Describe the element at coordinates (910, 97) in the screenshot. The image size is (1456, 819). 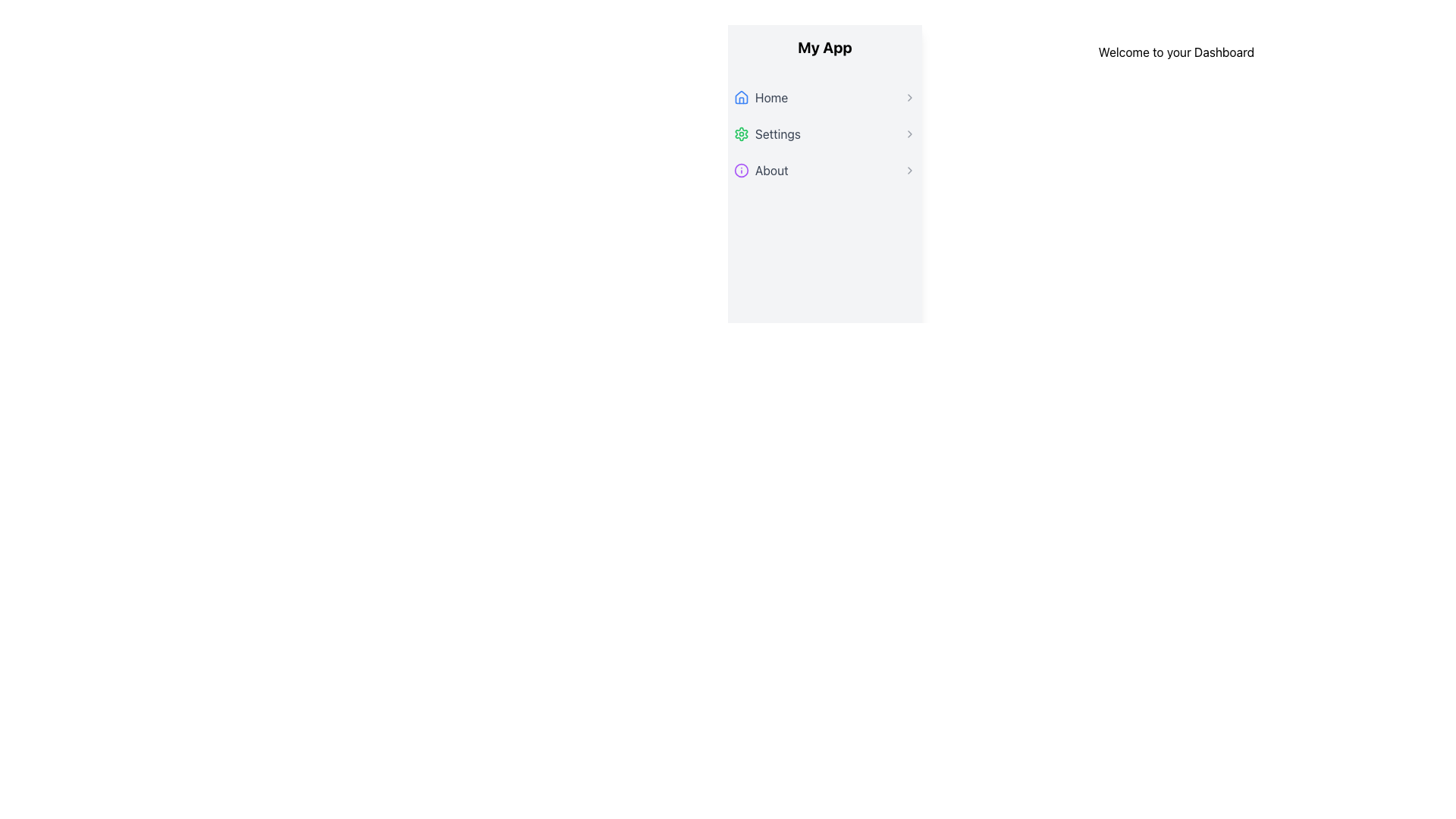
I see `the Chevron icon located at the rightmost position of the 'Home' menu item in the left menu panel as a visual indicator for navigation` at that location.